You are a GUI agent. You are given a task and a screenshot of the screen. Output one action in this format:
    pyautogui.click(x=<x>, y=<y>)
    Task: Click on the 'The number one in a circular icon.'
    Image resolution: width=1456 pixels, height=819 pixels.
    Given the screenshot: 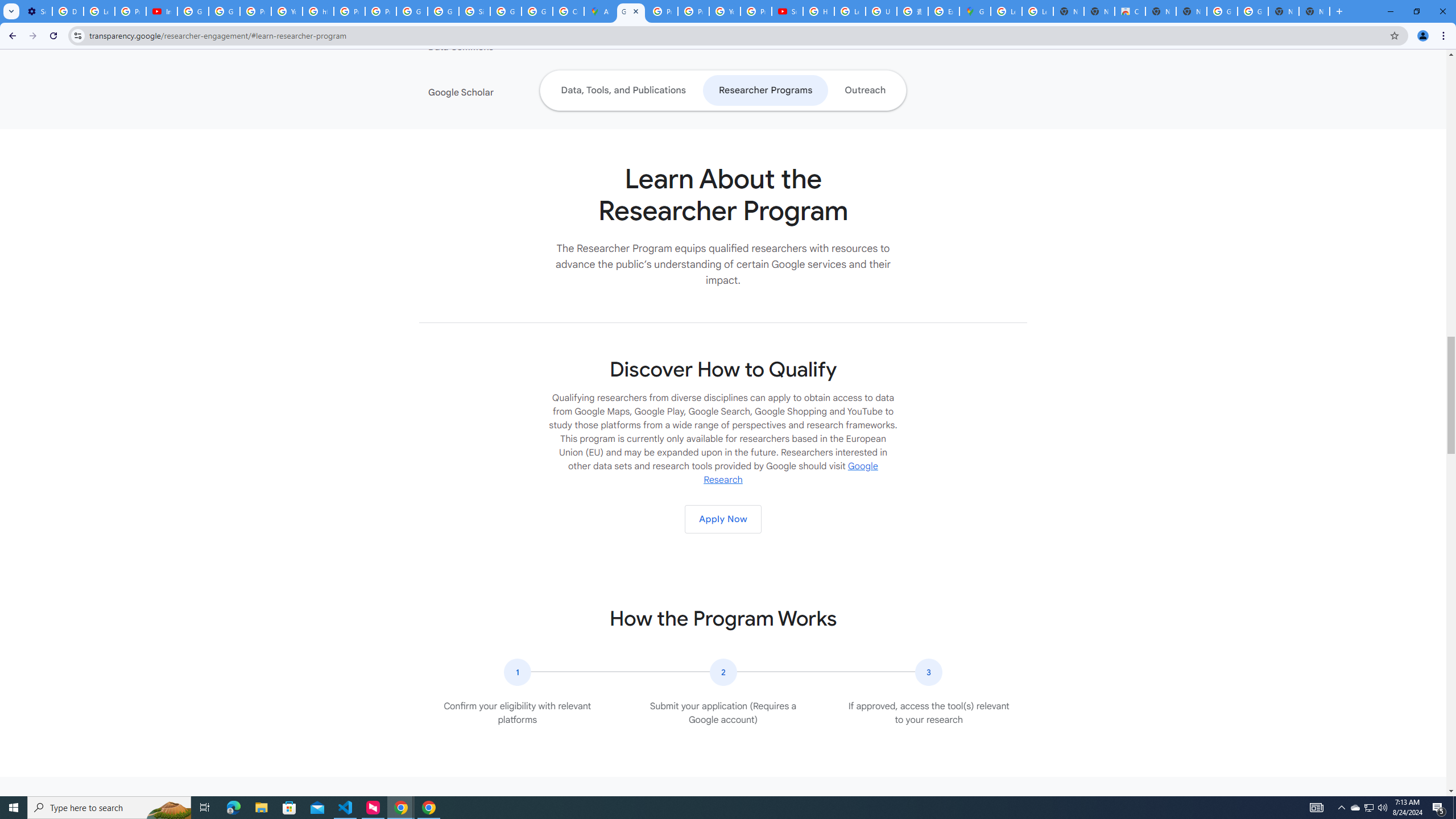 What is the action you would take?
    pyautogui.click(x=517, y=672)
    